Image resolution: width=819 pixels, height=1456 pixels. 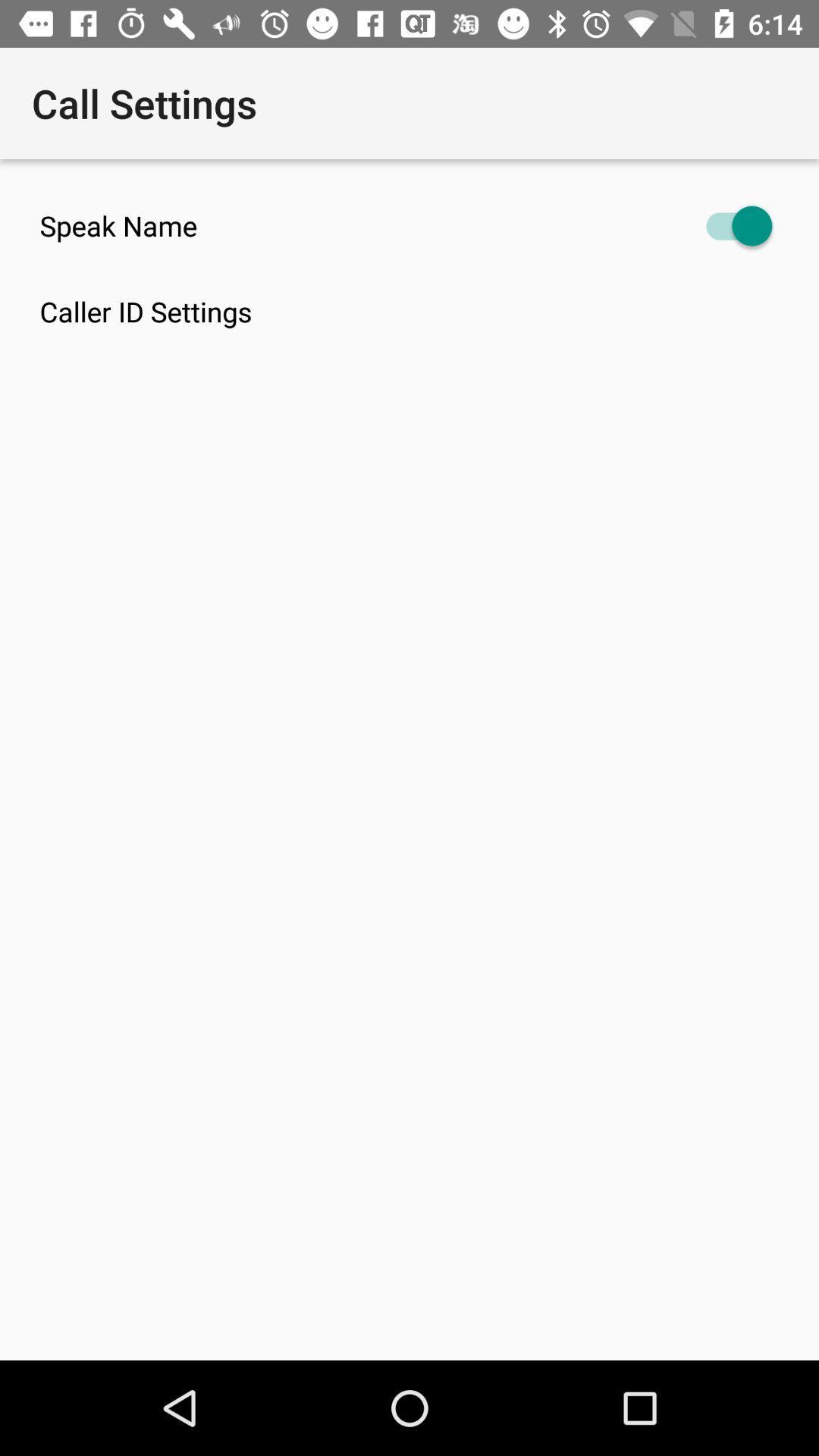 I want to click on speak name icon, so click(x=409, y=225).